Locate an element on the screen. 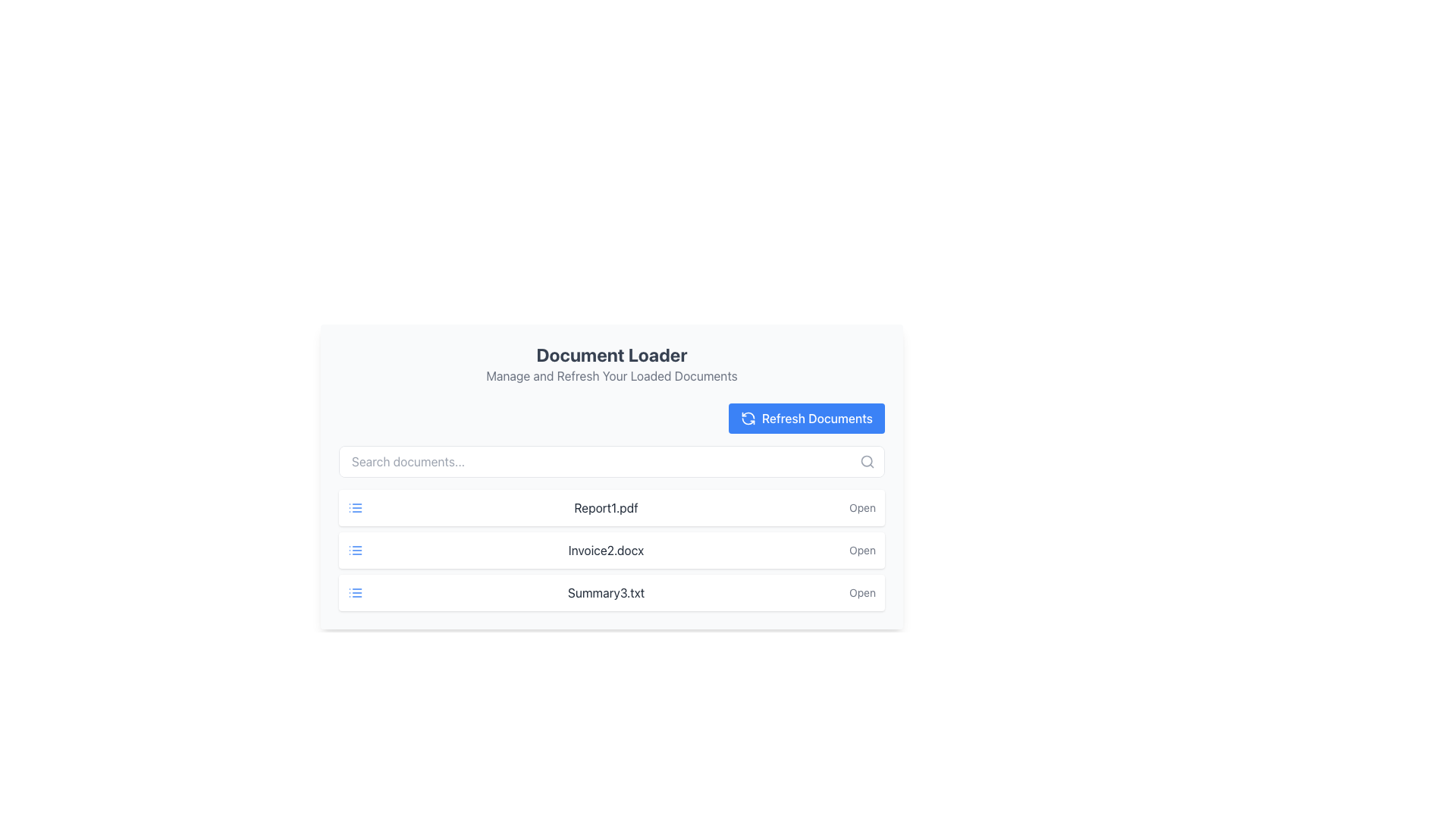 The height and width of the screenshot is (819, 1456). the 'Open' button associated with the 'Report1.pdf' document entry is located at coordinates (862, 508).